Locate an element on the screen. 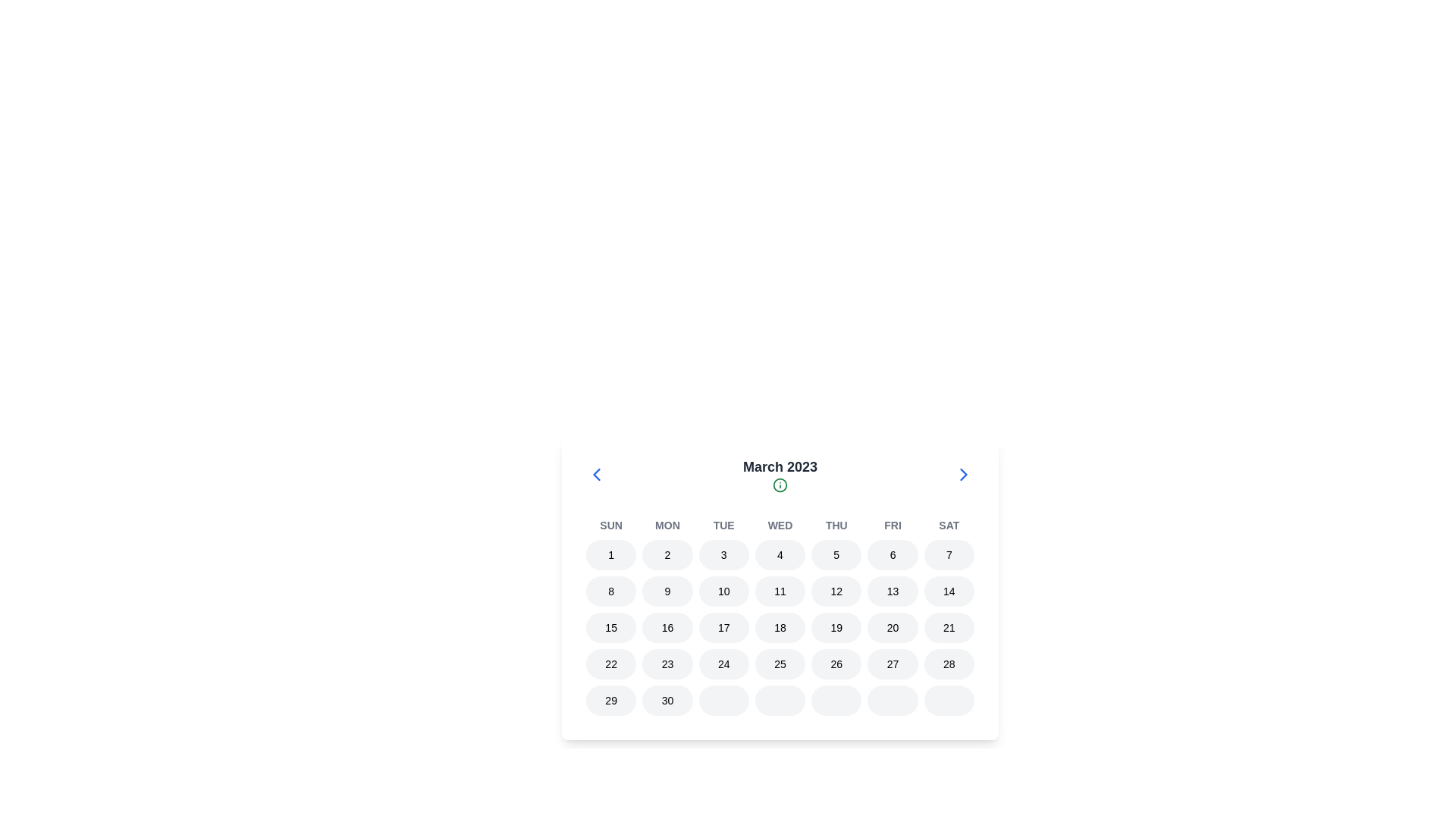  the marker located in the bottom-most row of the calendar interface, specifically in the sixth column (Friday) is located at coordinates (893, 701).